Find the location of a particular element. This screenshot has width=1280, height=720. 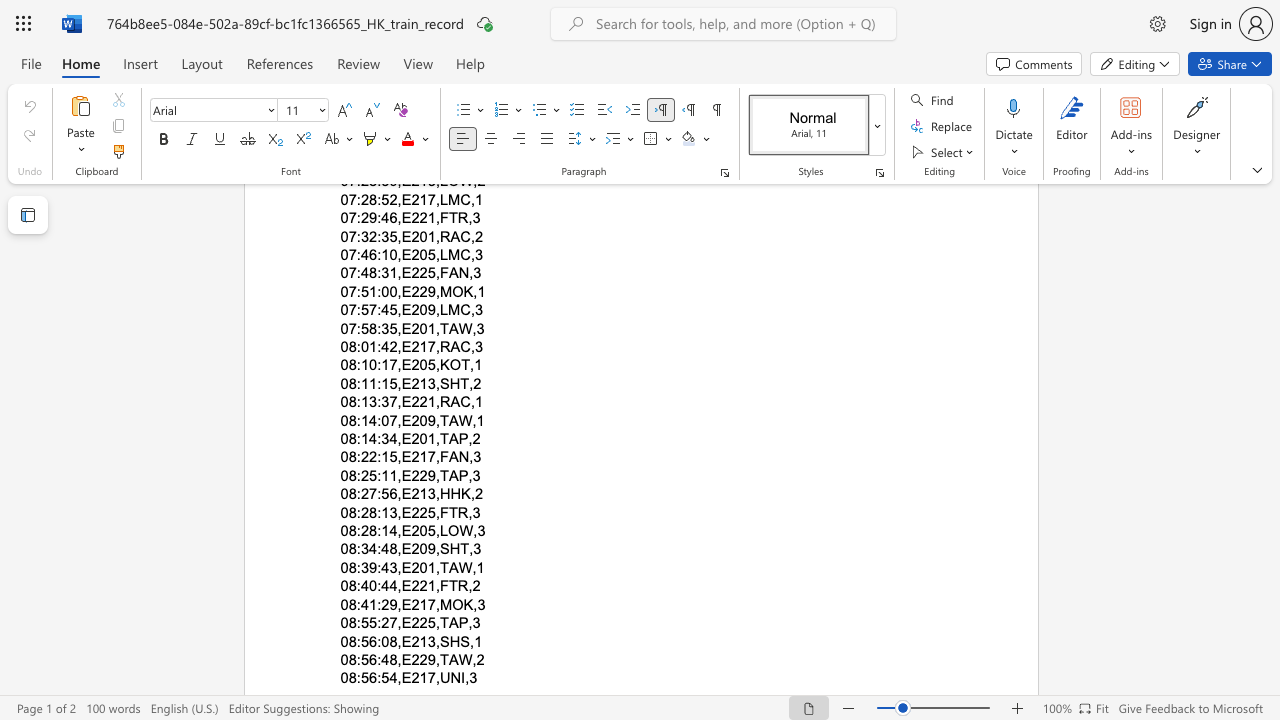

the space between the continuous character "A" and "P" in the text is located at coordinates (457, 622).